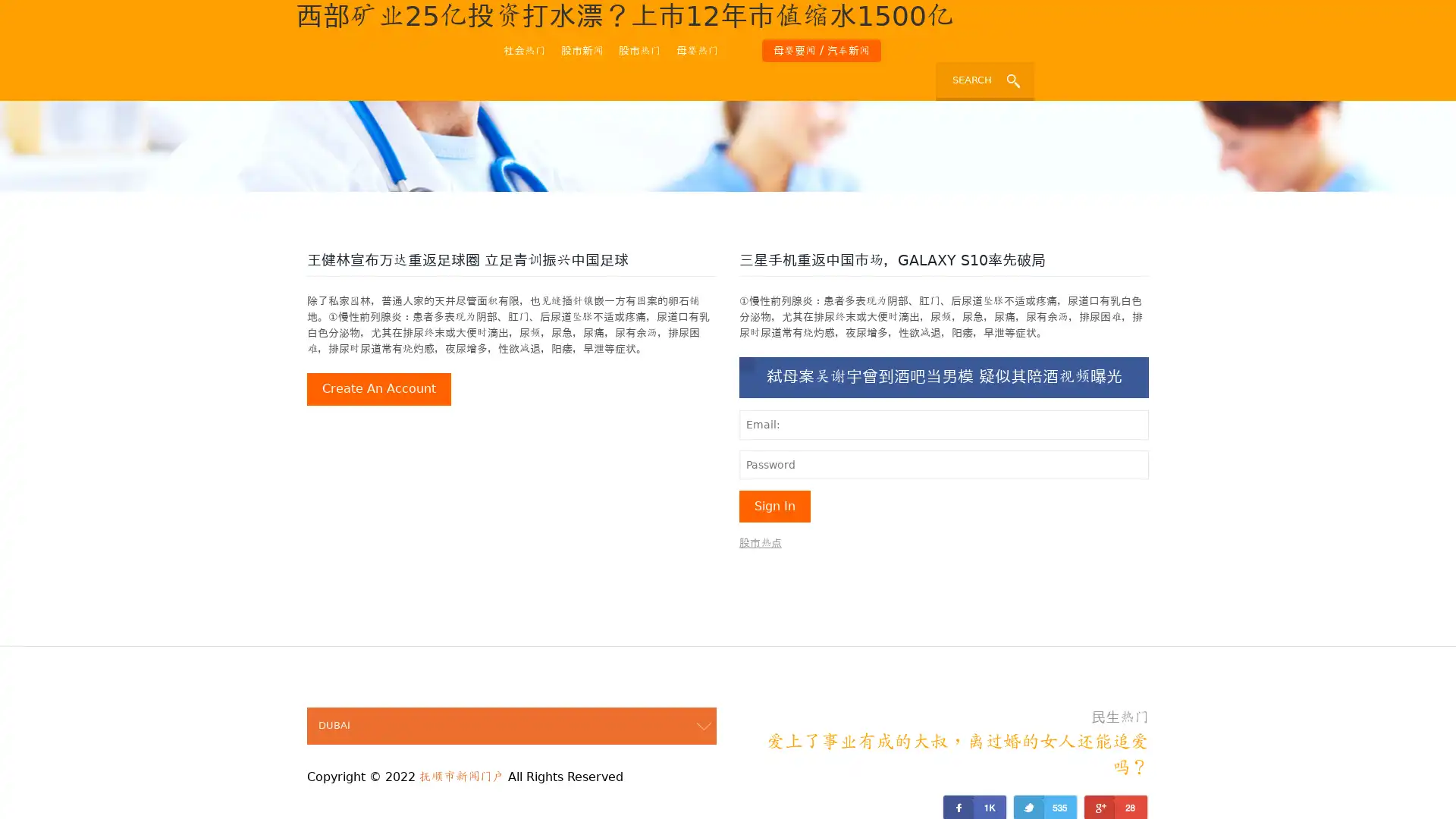  Describe the element at coordinates (775, 506) in the screenshot. I see `sign in` at that location.